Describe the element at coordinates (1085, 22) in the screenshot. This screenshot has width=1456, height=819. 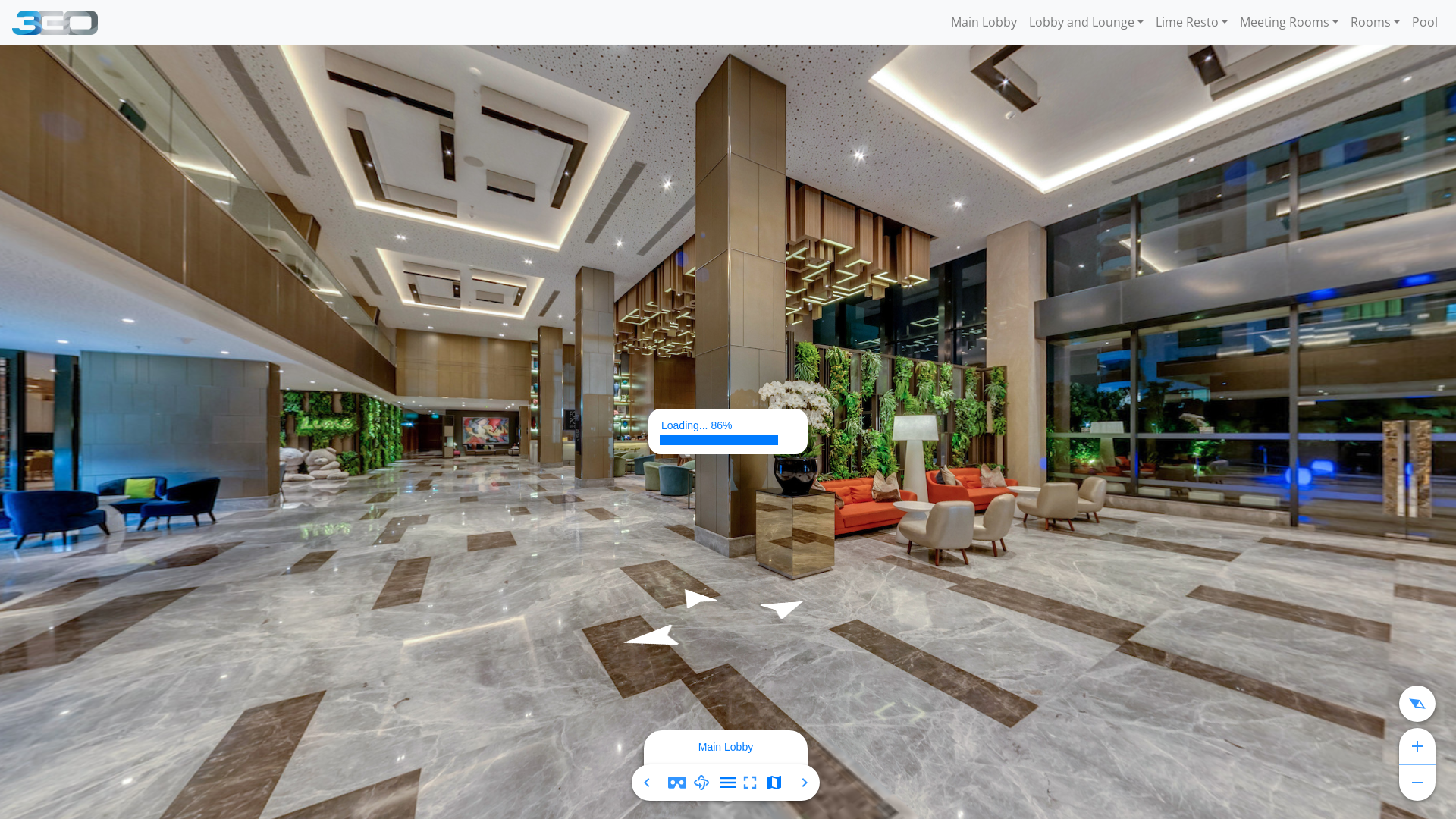
I see `'Lobby and Lounge'` at that location.